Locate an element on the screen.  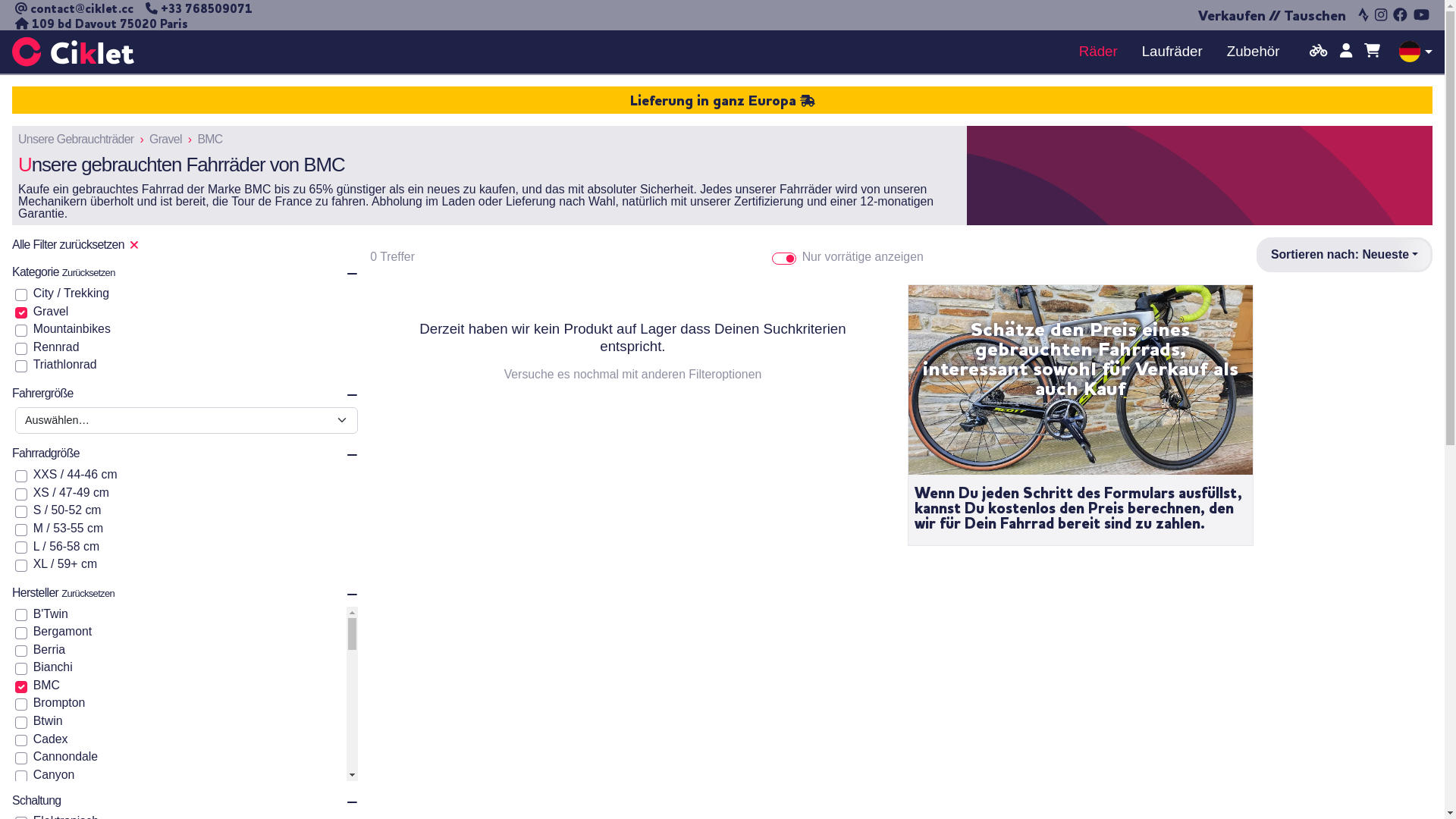
'Instagram' is located at coordinates (1380, 17).